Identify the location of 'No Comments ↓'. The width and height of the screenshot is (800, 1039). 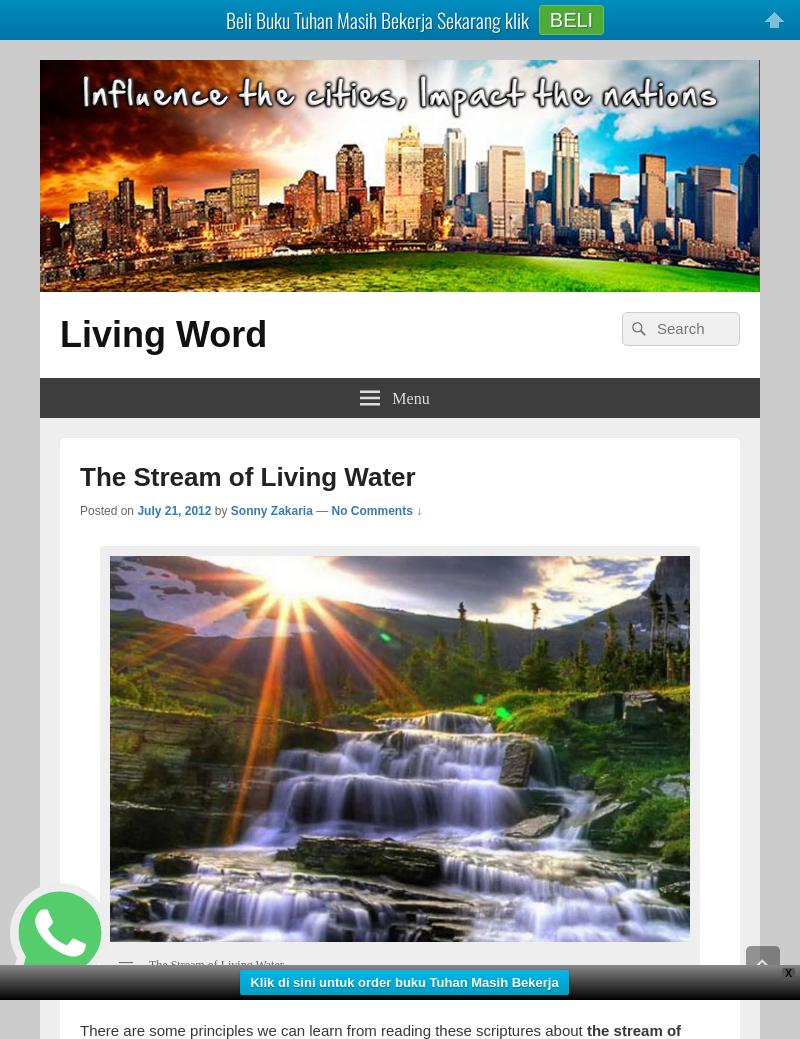
(375, 509).